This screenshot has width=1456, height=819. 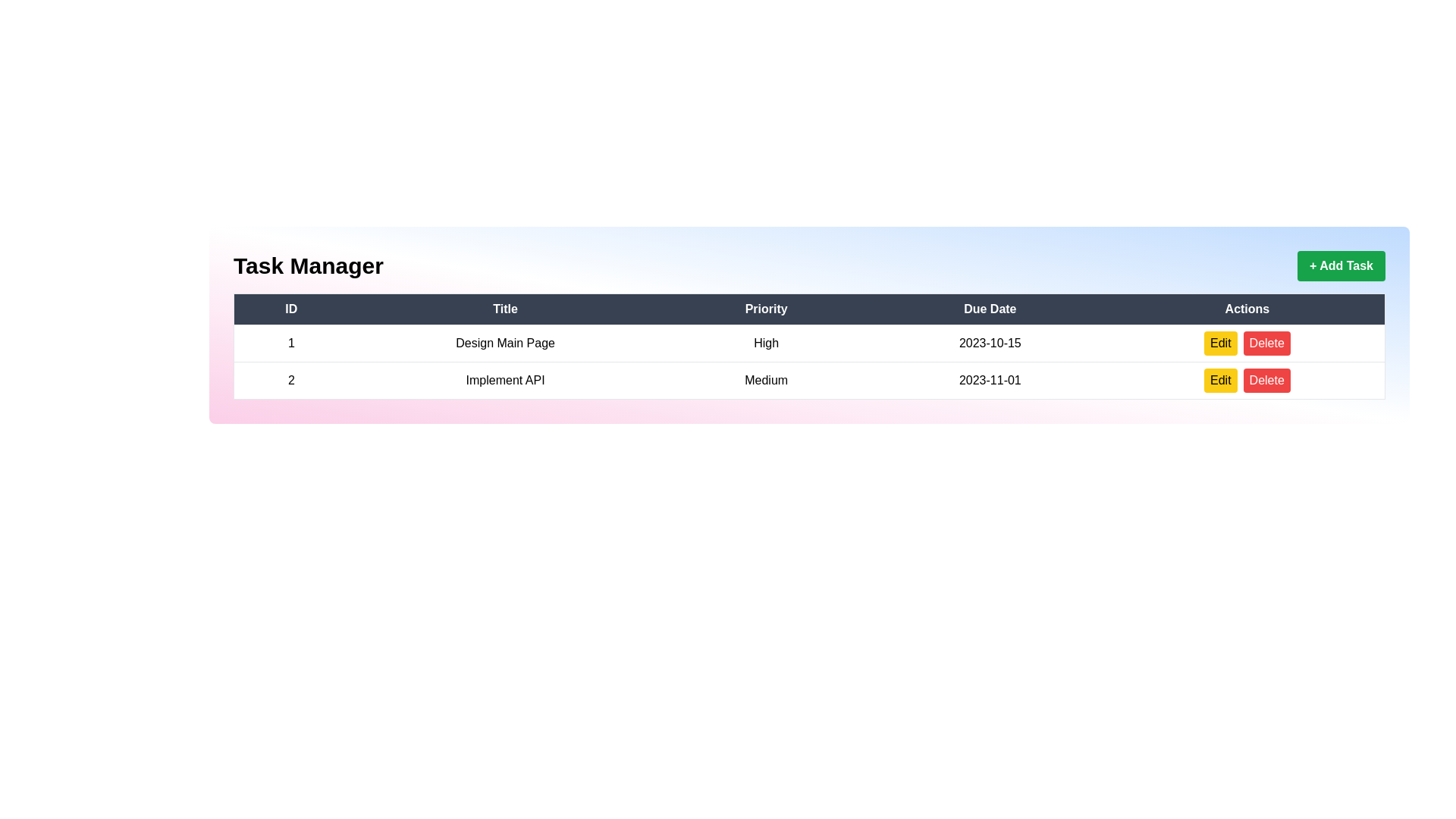 What do you see at coordinates (990, 309) in the screenshot?
I see `the header label indicating the 'Due Date' in the table, which is positioned between 'Priority' and 'Actions'` at bounding box center [990, 309].